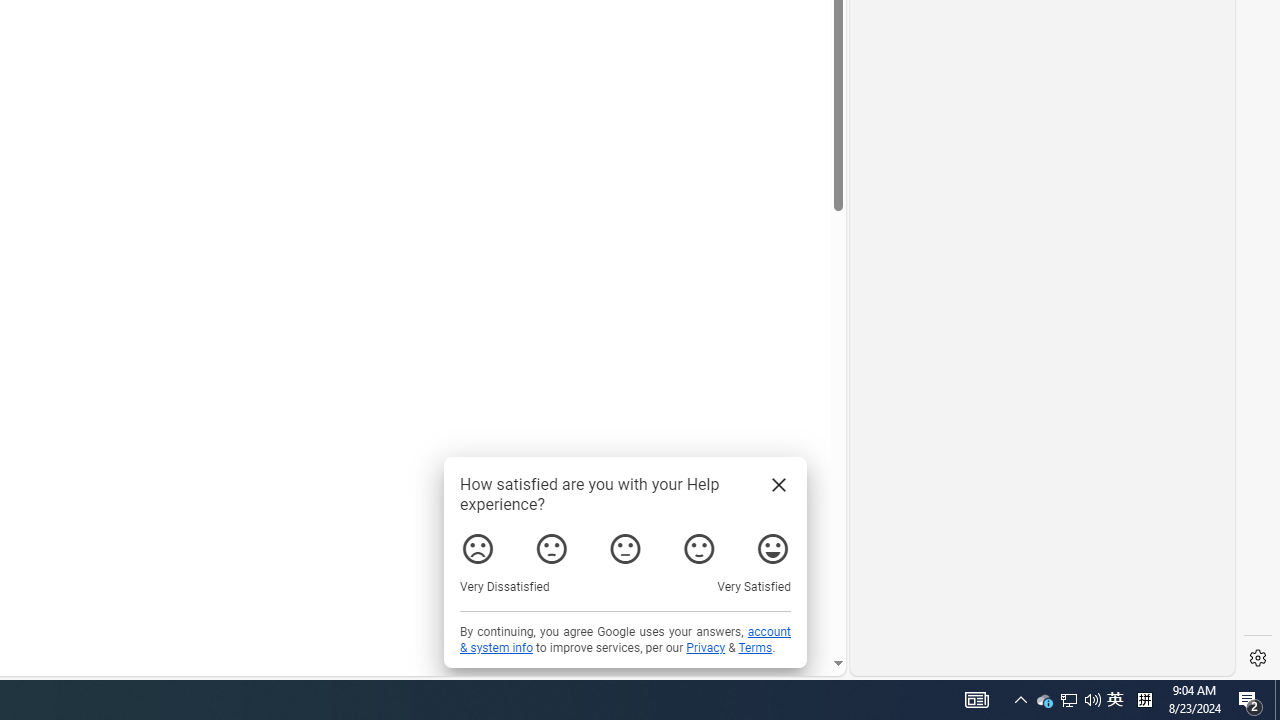 Image resolution: width=1280 pixels, height=720 pixels. I want to click on 'Smiley 1 of 5. Very dissatisfied Very Dissatisfied', so click(477, 549).